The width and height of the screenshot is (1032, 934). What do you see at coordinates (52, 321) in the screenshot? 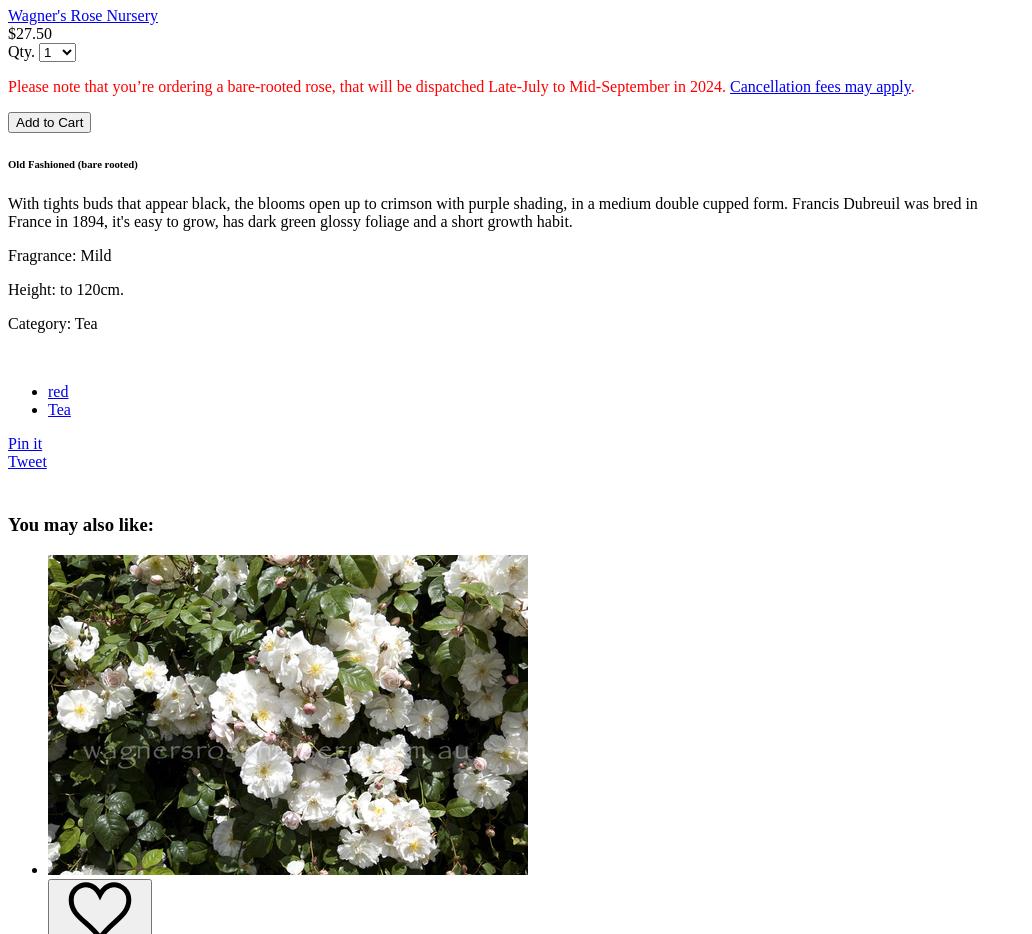
I see `'Category: Tea'` at bounding box center [52, 321].